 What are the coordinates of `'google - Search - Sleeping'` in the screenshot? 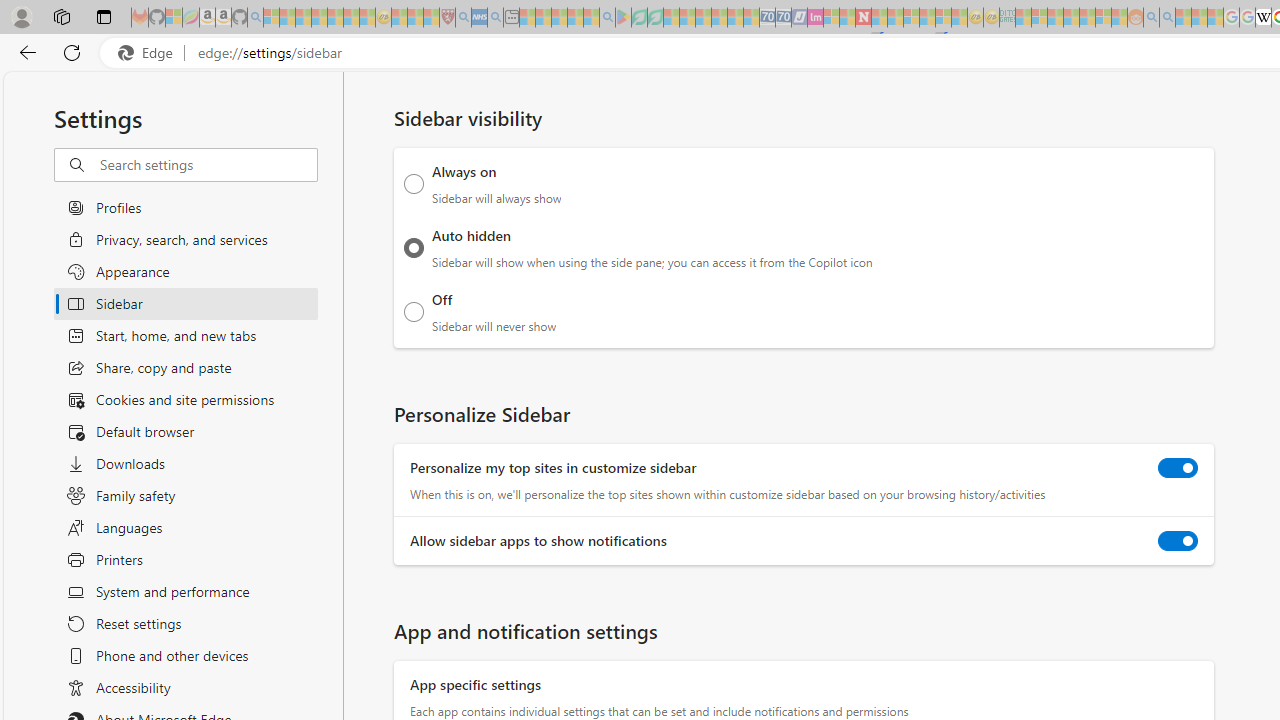 It's located at (607, 17).